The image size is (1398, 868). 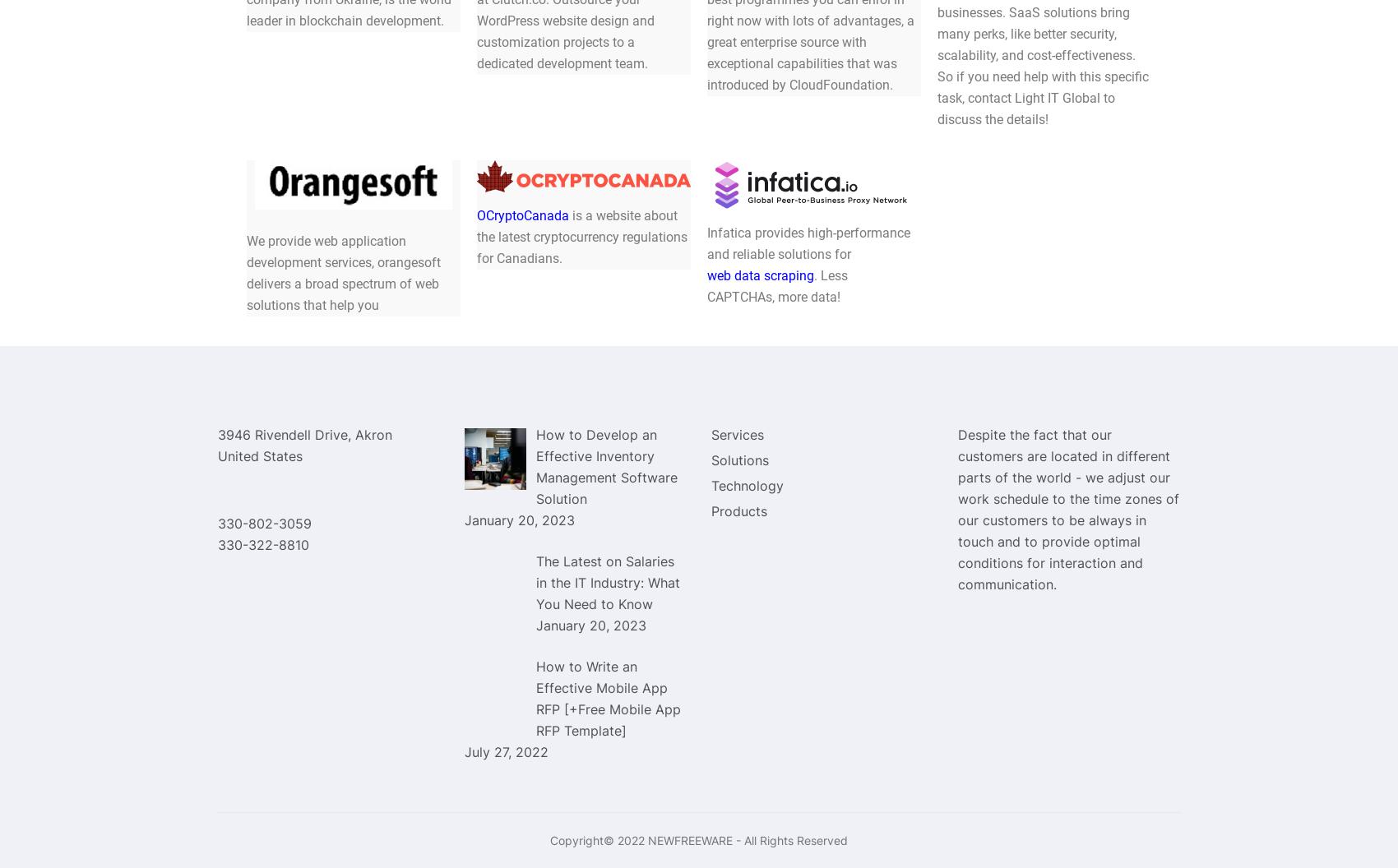 What do you see at coordinates (476, 214) in the screenshot?
I see `'OCryptoCanada'` at bounding box center [476, 214].